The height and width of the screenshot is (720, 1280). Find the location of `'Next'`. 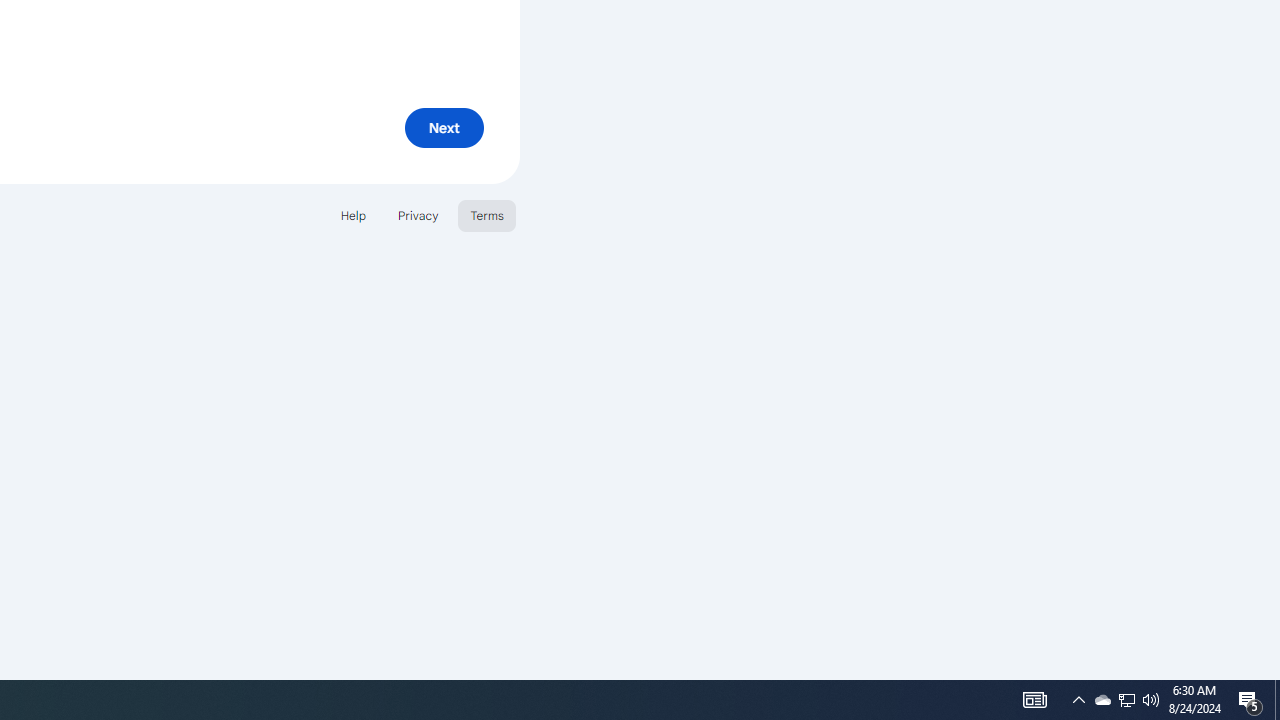

'Next' is located at coordinates (443, 127).